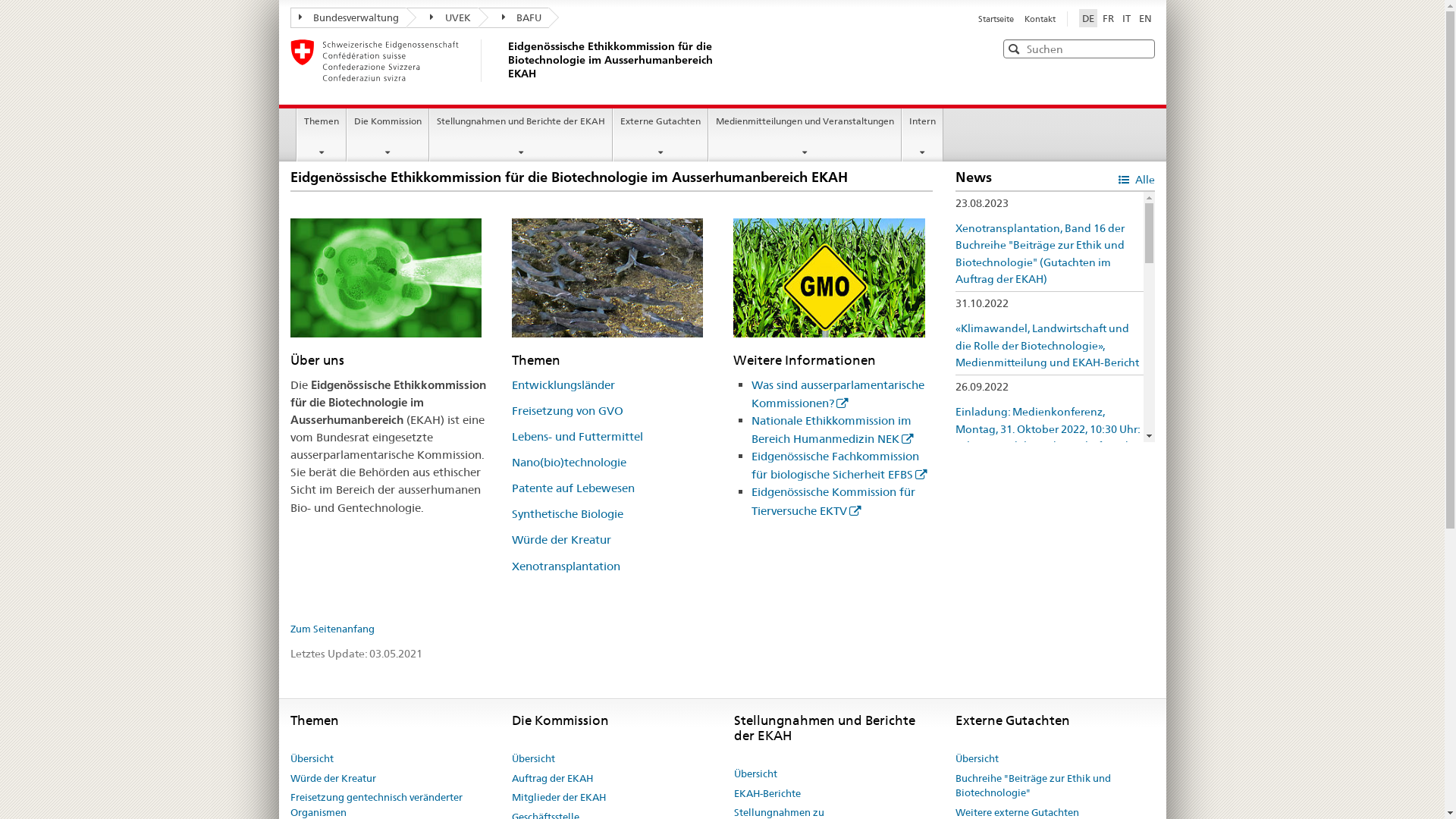 The image size is (1456, 819). What do you see at coordinates (1135, 177) in the screenshot?
I see `'Alle'` at bounding box center [1135, 177].